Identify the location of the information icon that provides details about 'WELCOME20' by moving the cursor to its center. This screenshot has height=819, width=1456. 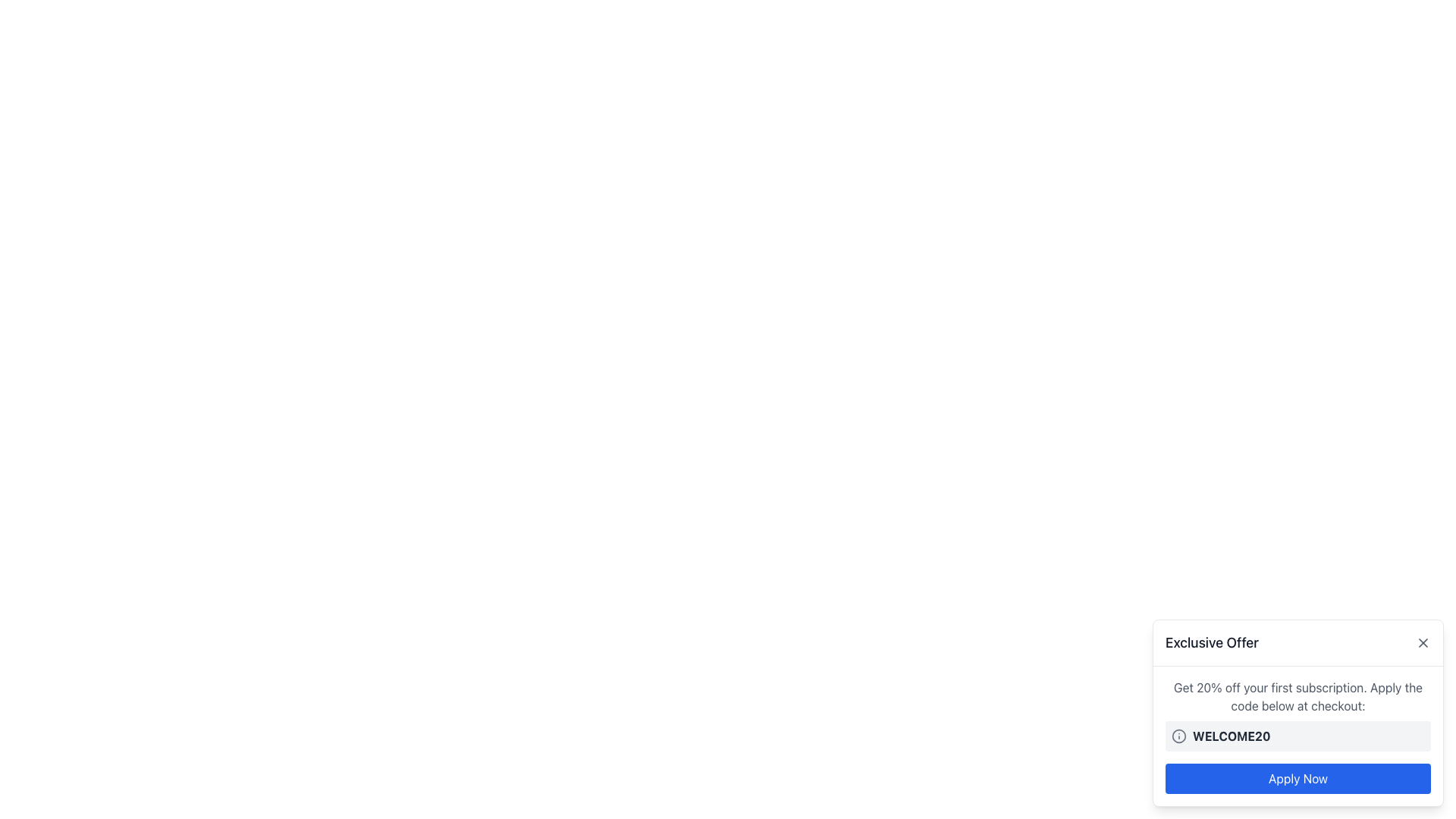
(1178, 736).